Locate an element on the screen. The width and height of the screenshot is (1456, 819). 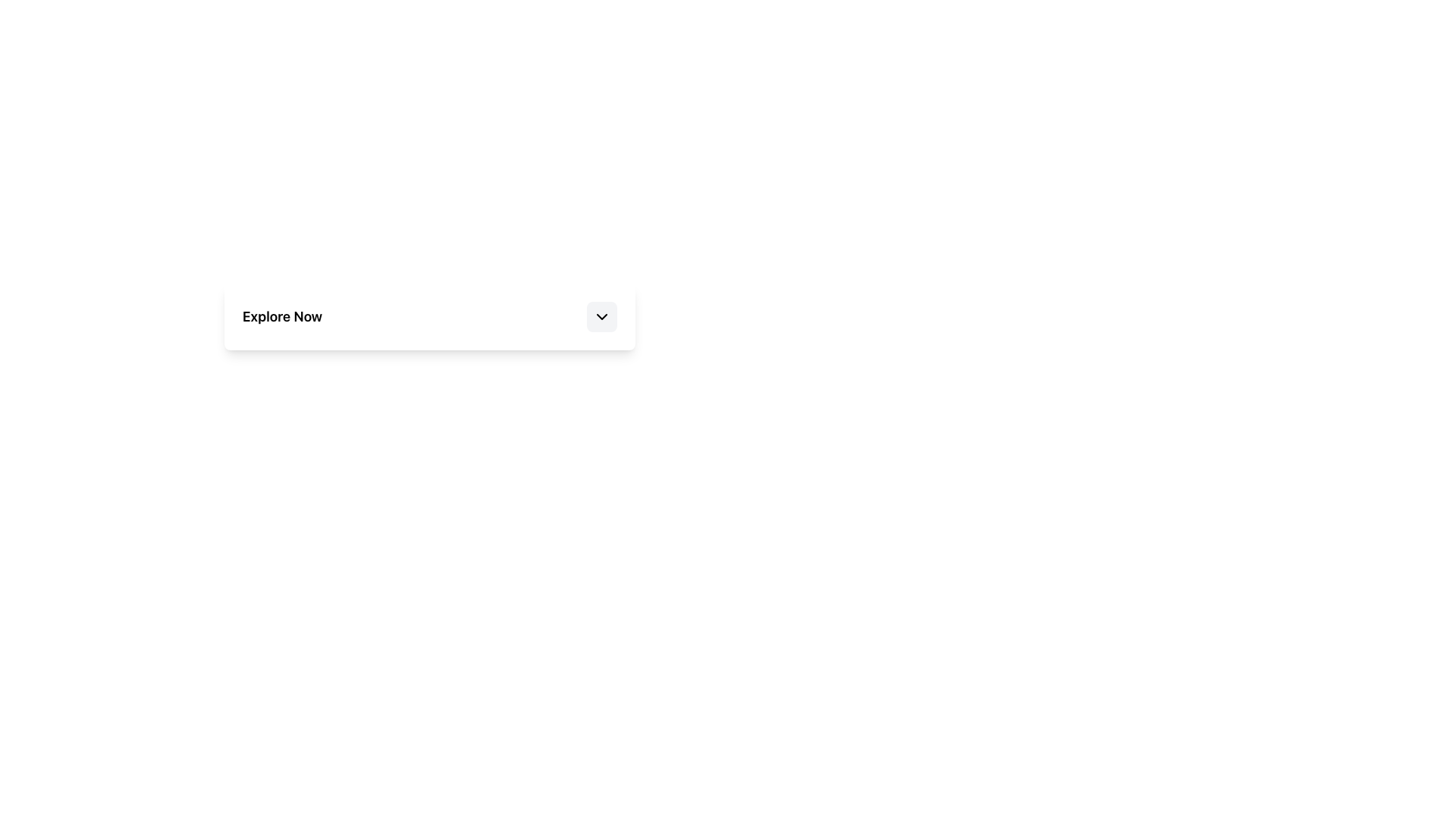
the small, square-shaped button with a gray background and a black downward-pointing chevron icon is located at coordinates (601, 315).